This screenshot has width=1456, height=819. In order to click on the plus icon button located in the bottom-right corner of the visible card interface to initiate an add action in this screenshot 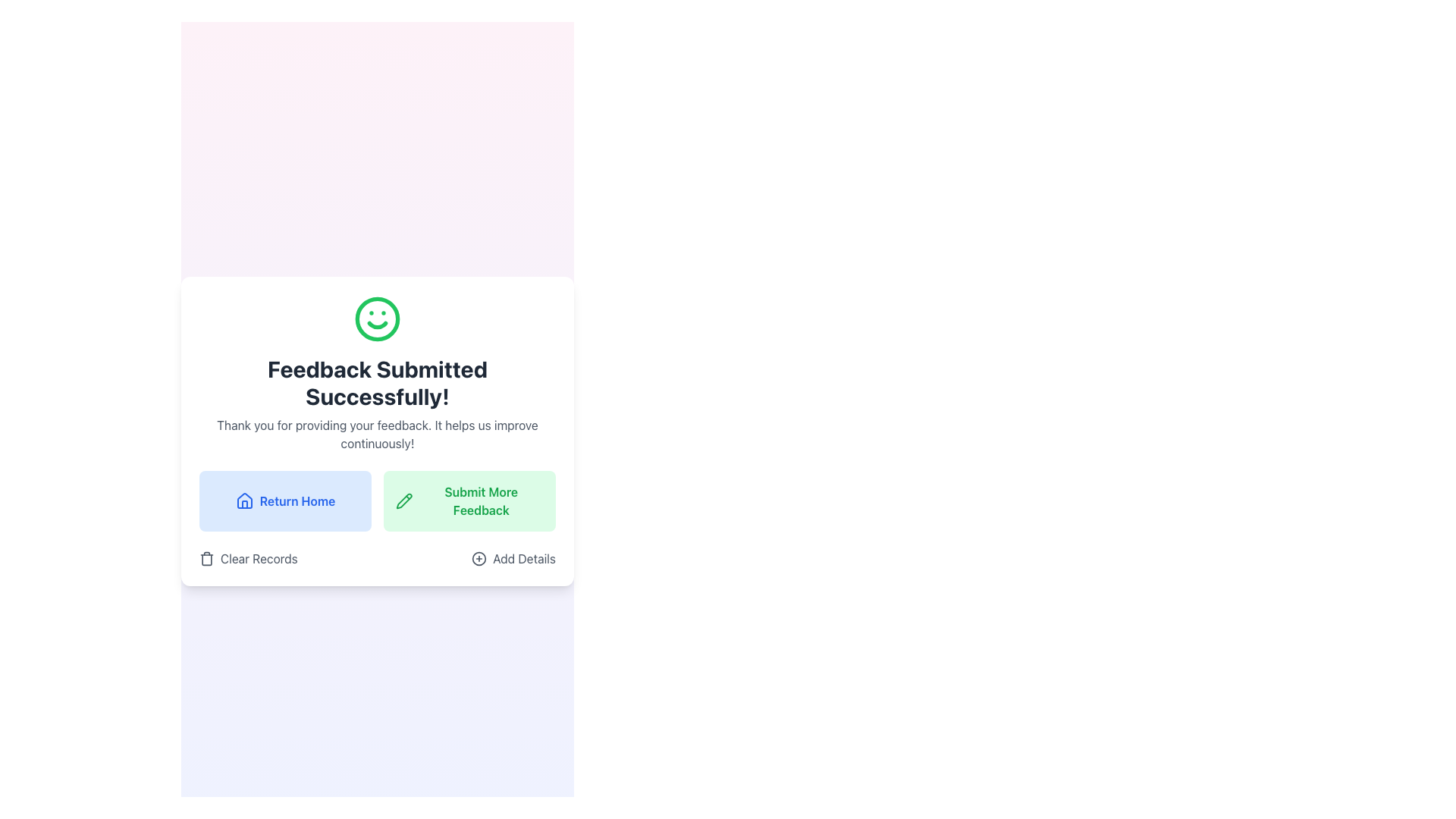, I will do `click(479, 558)`.